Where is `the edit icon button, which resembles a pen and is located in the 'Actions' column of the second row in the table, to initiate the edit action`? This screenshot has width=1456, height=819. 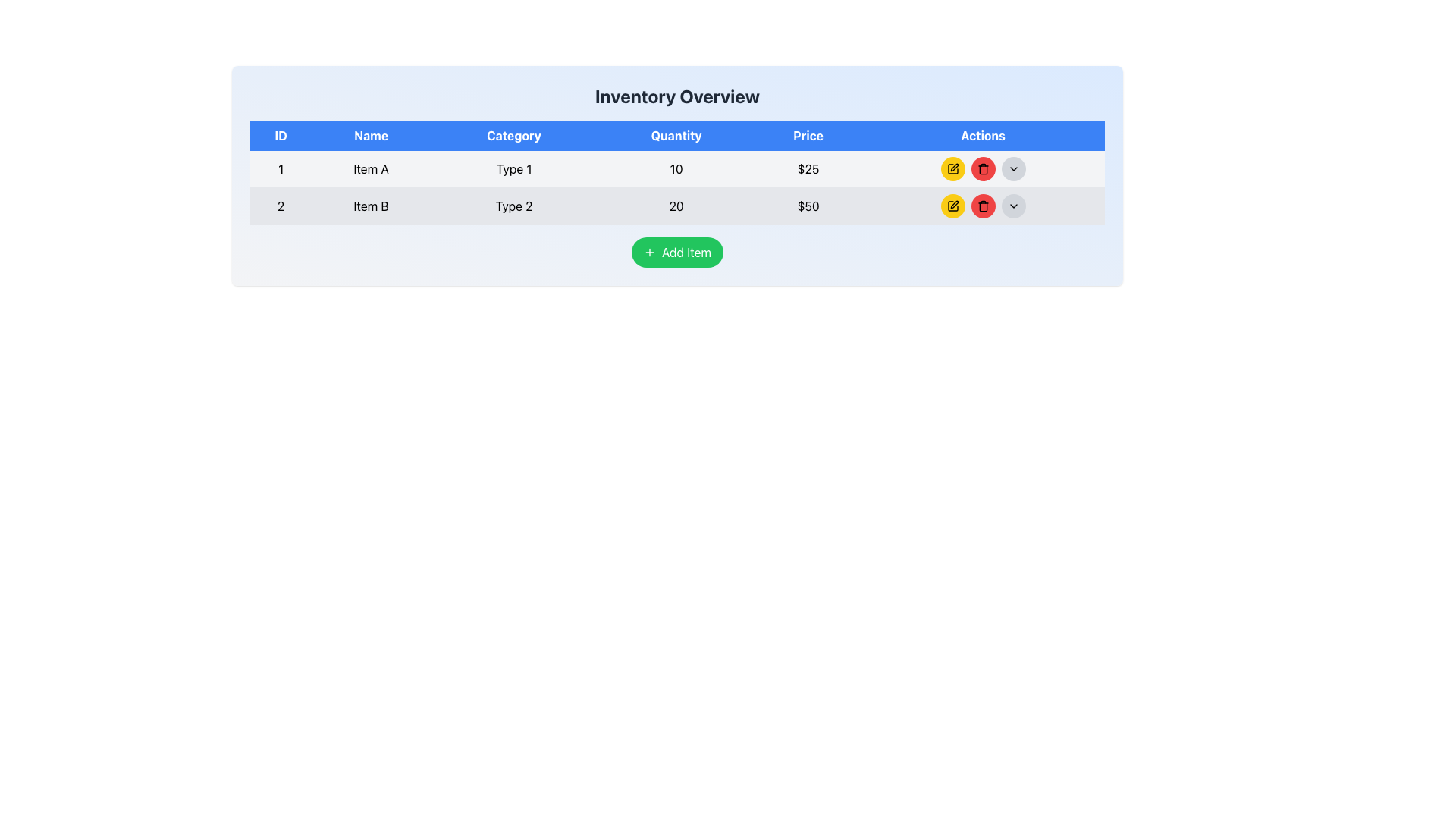 the edit icon button, which resembles a pen and is located in the 'Actions' column of the second row in the table, to initiate the edit action is located at coordinates (952, 205).